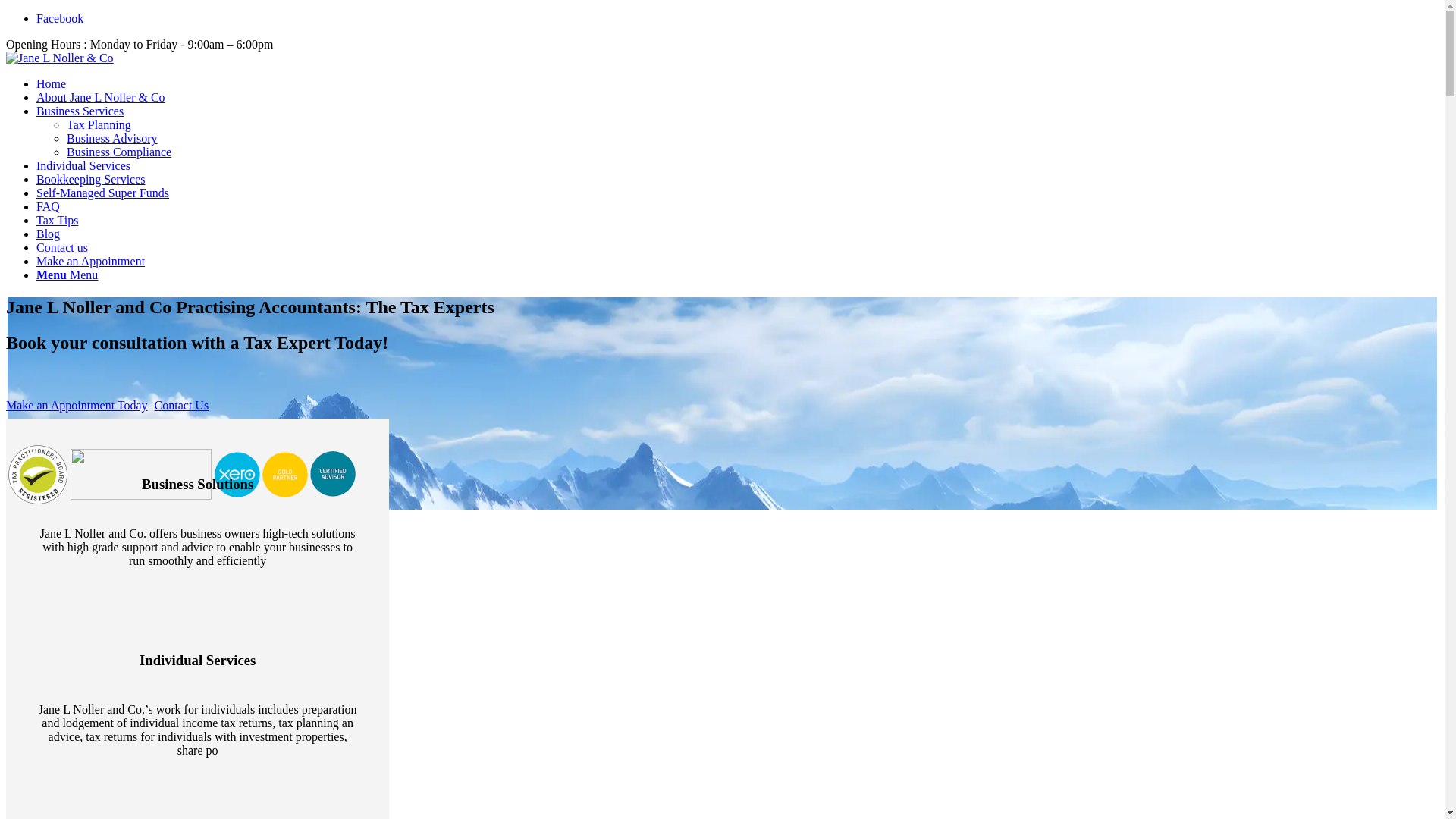 The height and width of the screenshot is (819, 1456). What do you see at coordinates (90, 178) in the screenshot?
I see `'Bookkeeping Services'` at bounding box center [90, 178].